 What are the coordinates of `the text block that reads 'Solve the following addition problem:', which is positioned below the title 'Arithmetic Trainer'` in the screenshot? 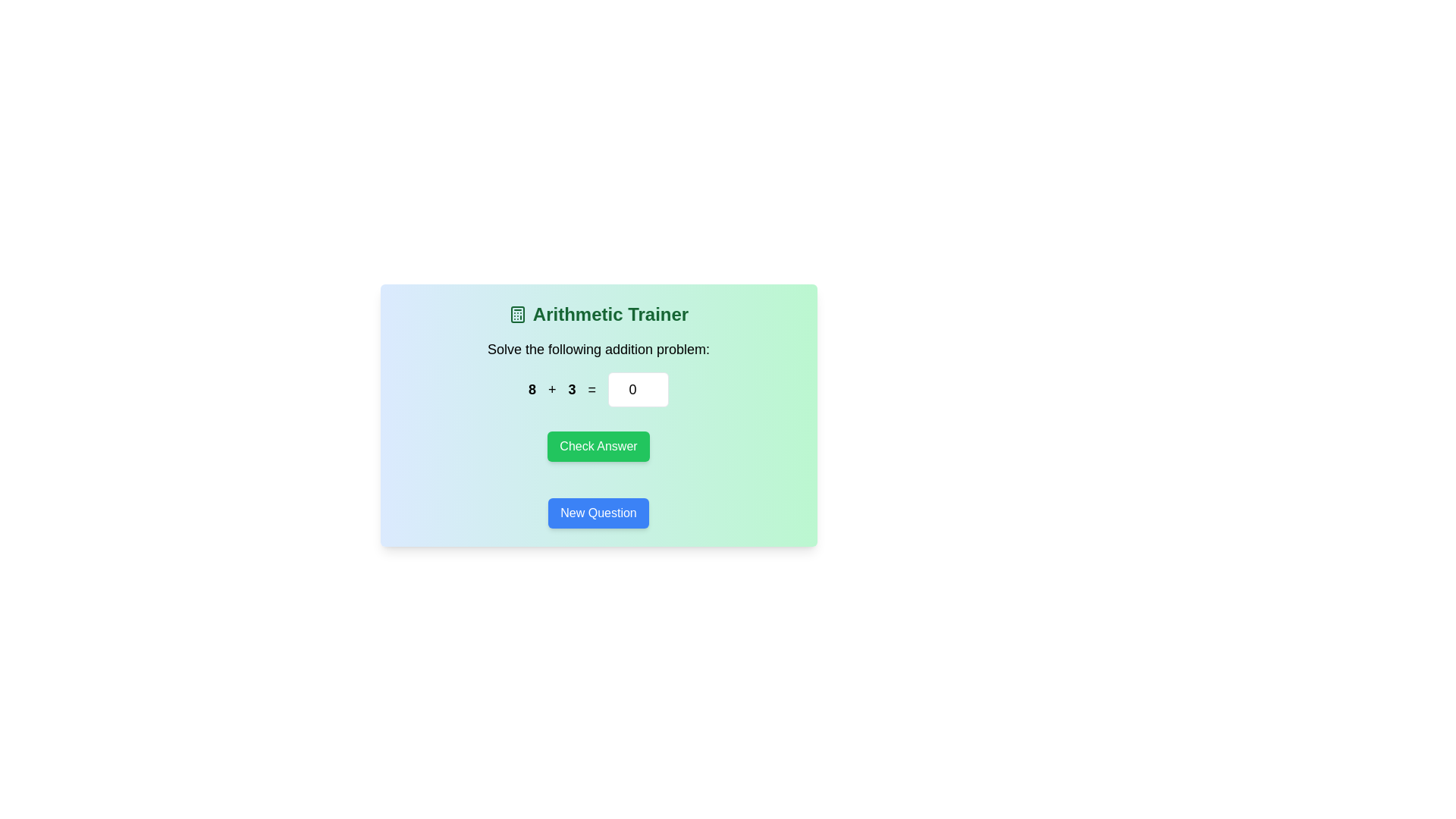 It's located at (598, 350).